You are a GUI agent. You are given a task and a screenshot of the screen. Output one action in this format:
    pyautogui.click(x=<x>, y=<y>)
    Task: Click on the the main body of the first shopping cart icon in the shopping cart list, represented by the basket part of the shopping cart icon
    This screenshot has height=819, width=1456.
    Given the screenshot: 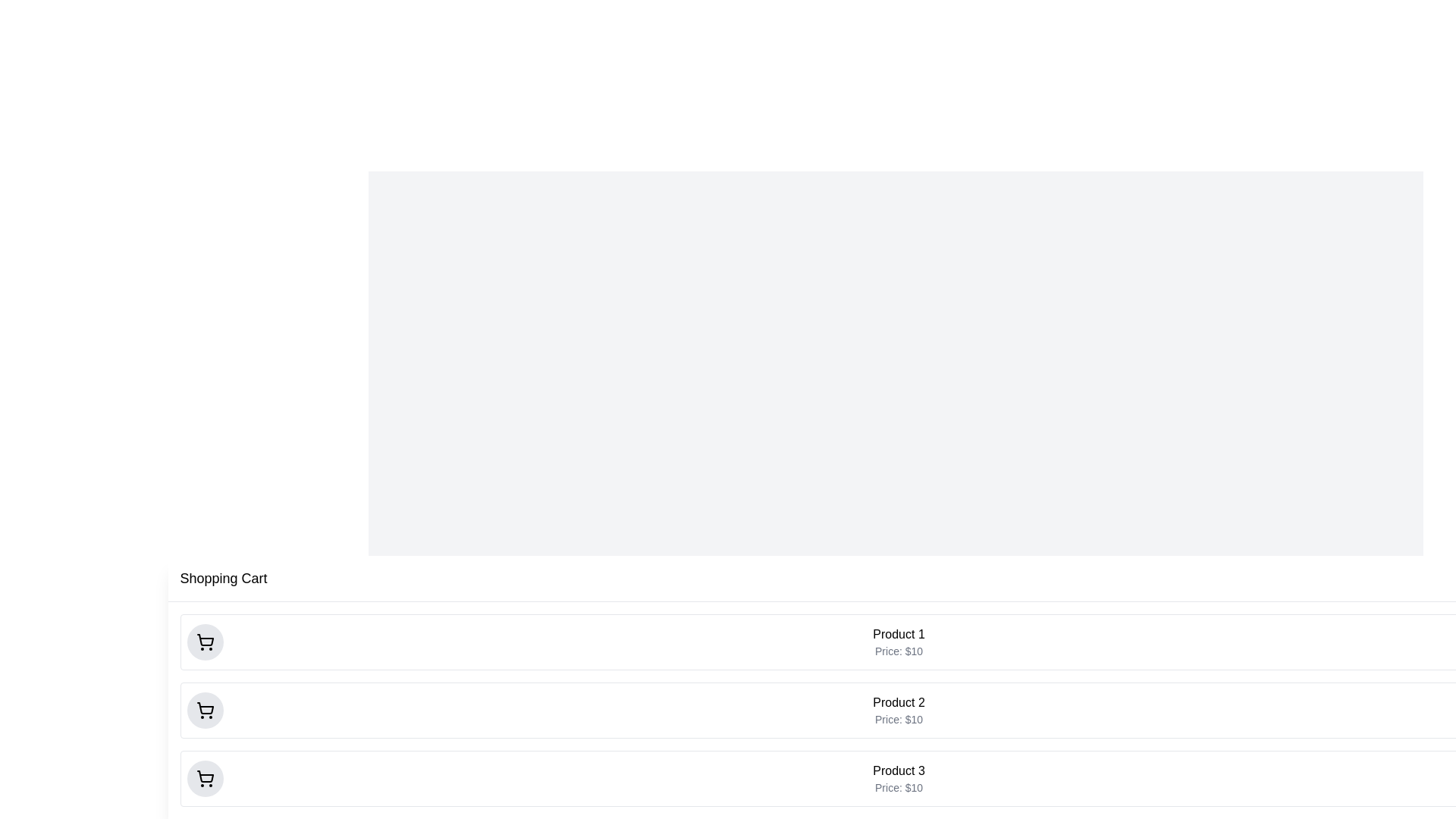 What is the action you would take?
    pyautogui.click(x=204, y=640)
    